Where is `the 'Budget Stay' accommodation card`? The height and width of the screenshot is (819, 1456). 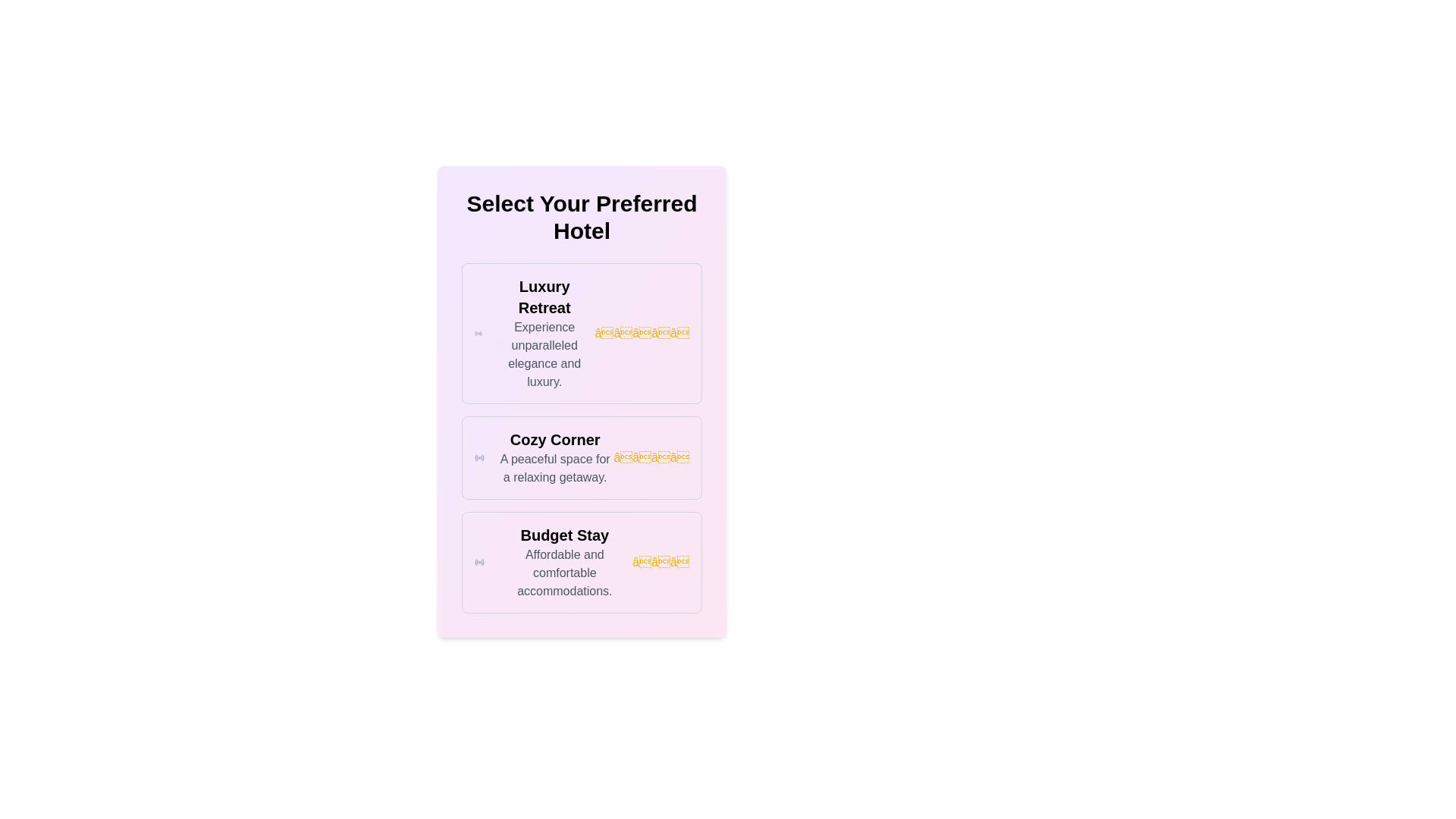 the 'Budget Stay' accommodation card is located at coordinates (581, 562).